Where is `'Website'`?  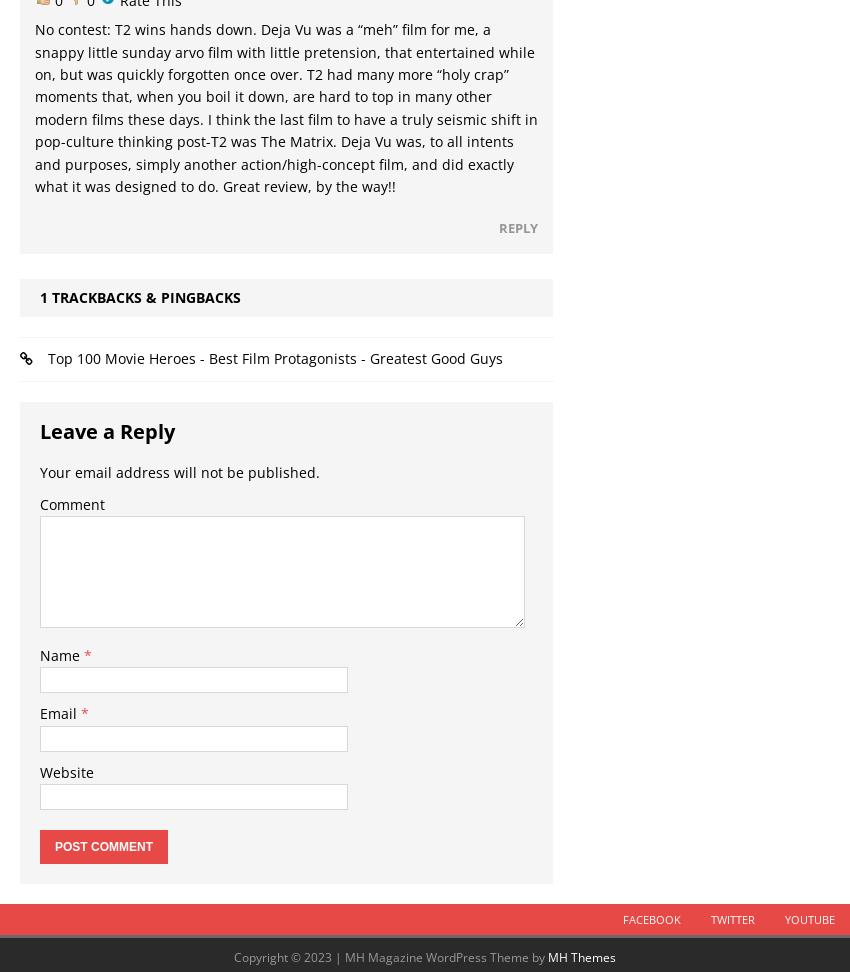
'Website' is located at coordinates (66, 771).